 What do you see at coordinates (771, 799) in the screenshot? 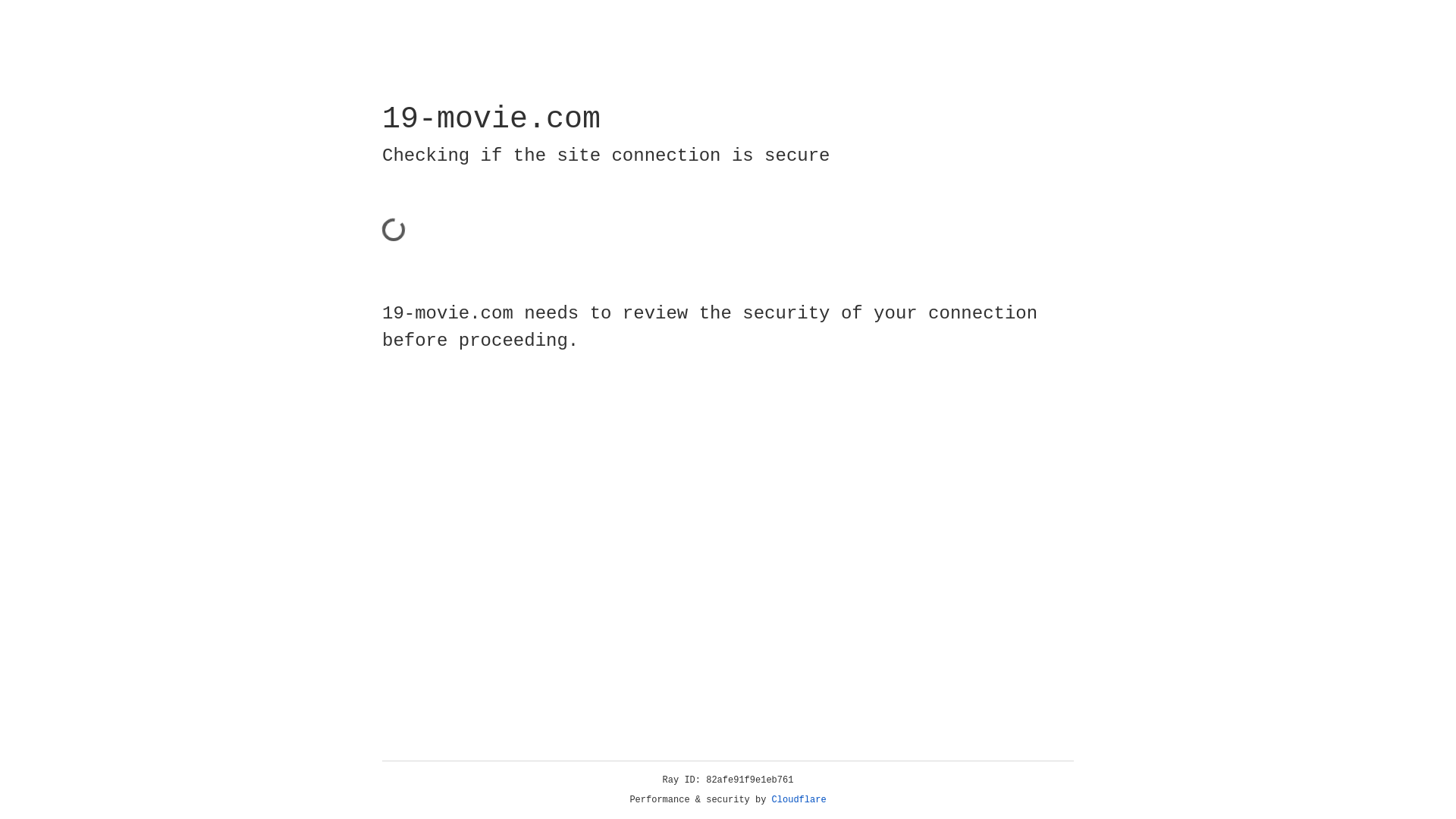
I see `'Cloudflare'` at bounding box center [771, 799].